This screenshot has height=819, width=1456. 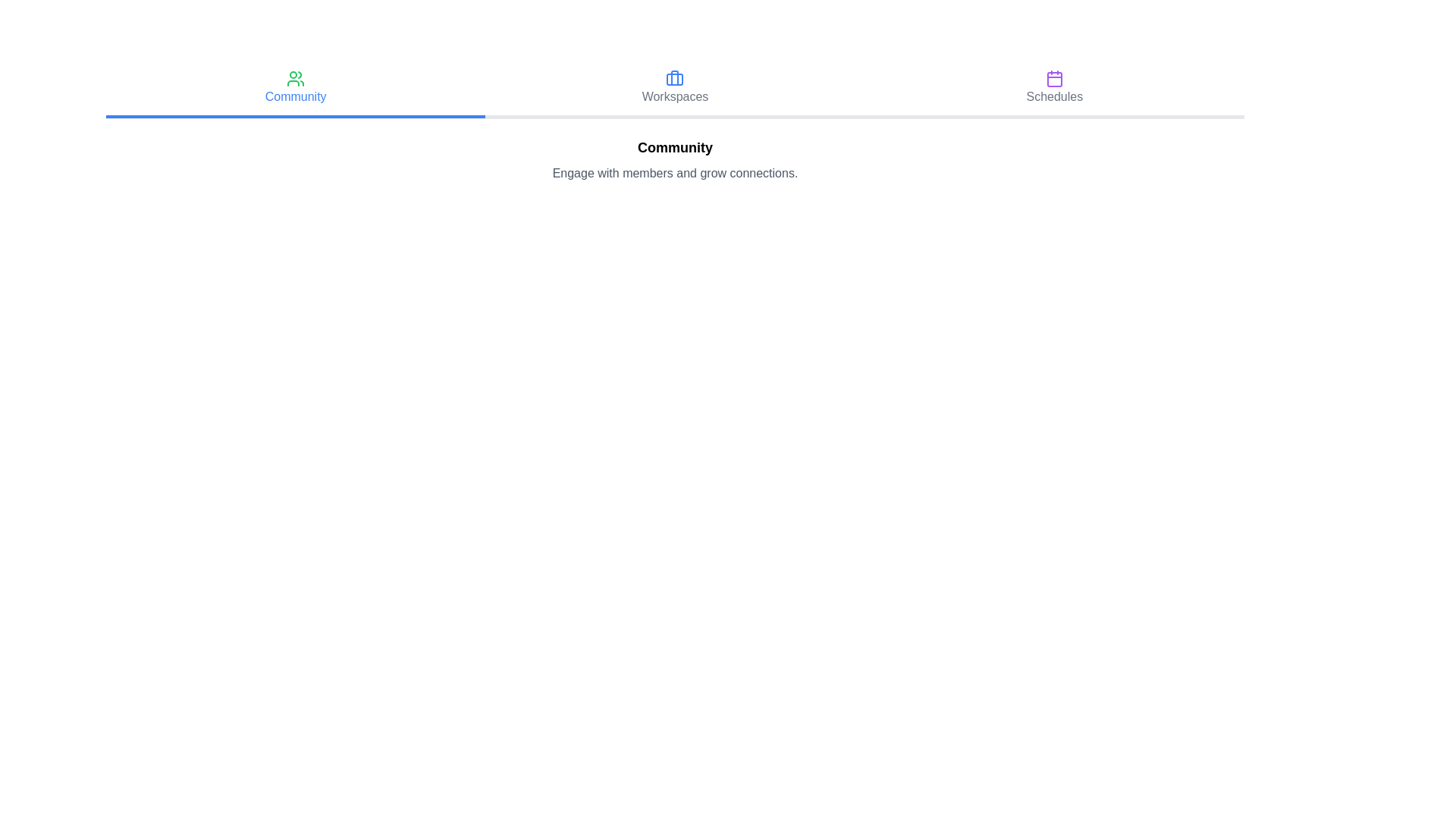 What do you see at coordinates (673, 89) in the screenshot?
I see `the Workspaces tab to navigate to its content` at bounding box center [673, 89].